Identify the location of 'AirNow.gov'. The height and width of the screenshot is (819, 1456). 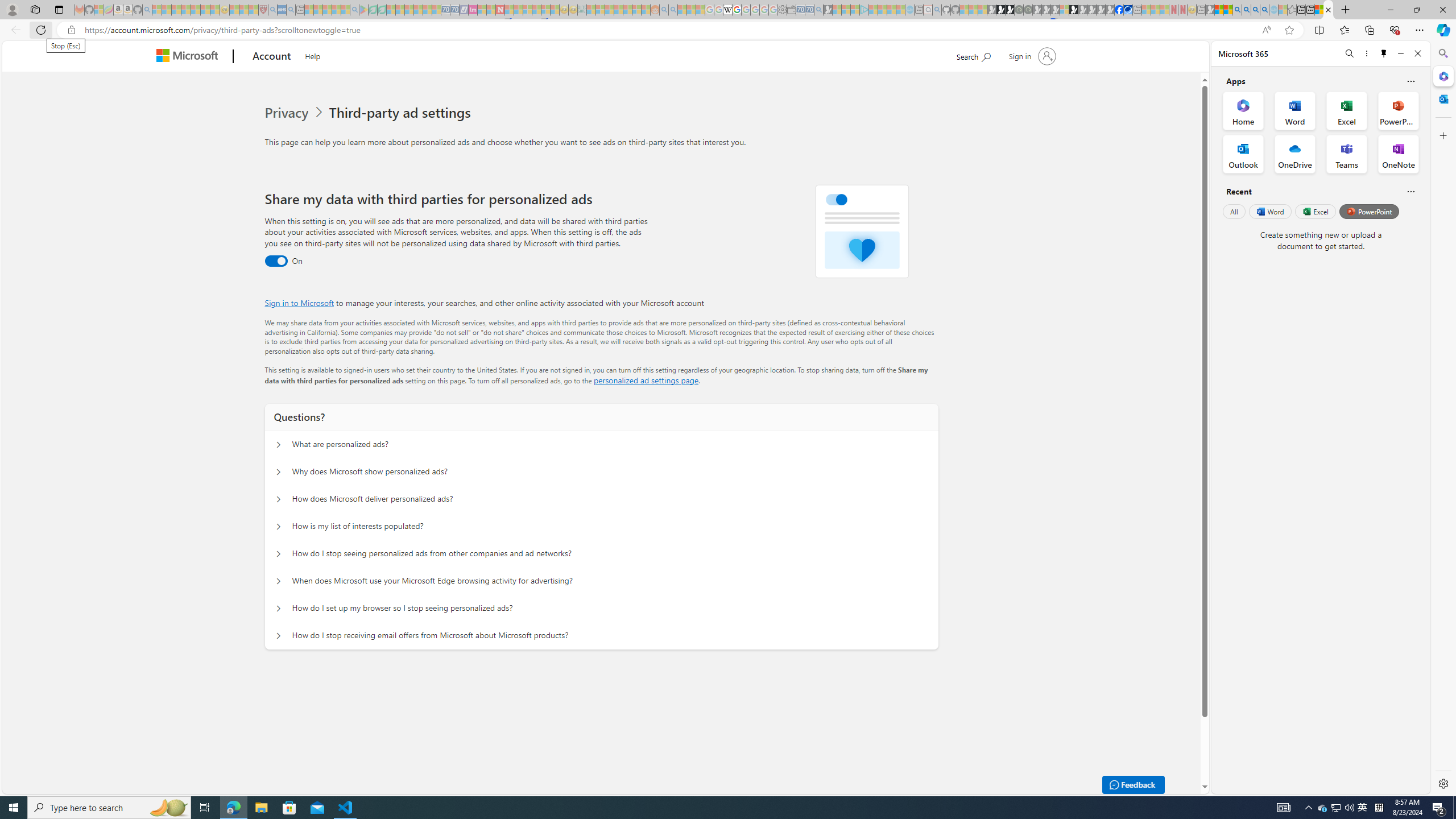
(1127, 9).